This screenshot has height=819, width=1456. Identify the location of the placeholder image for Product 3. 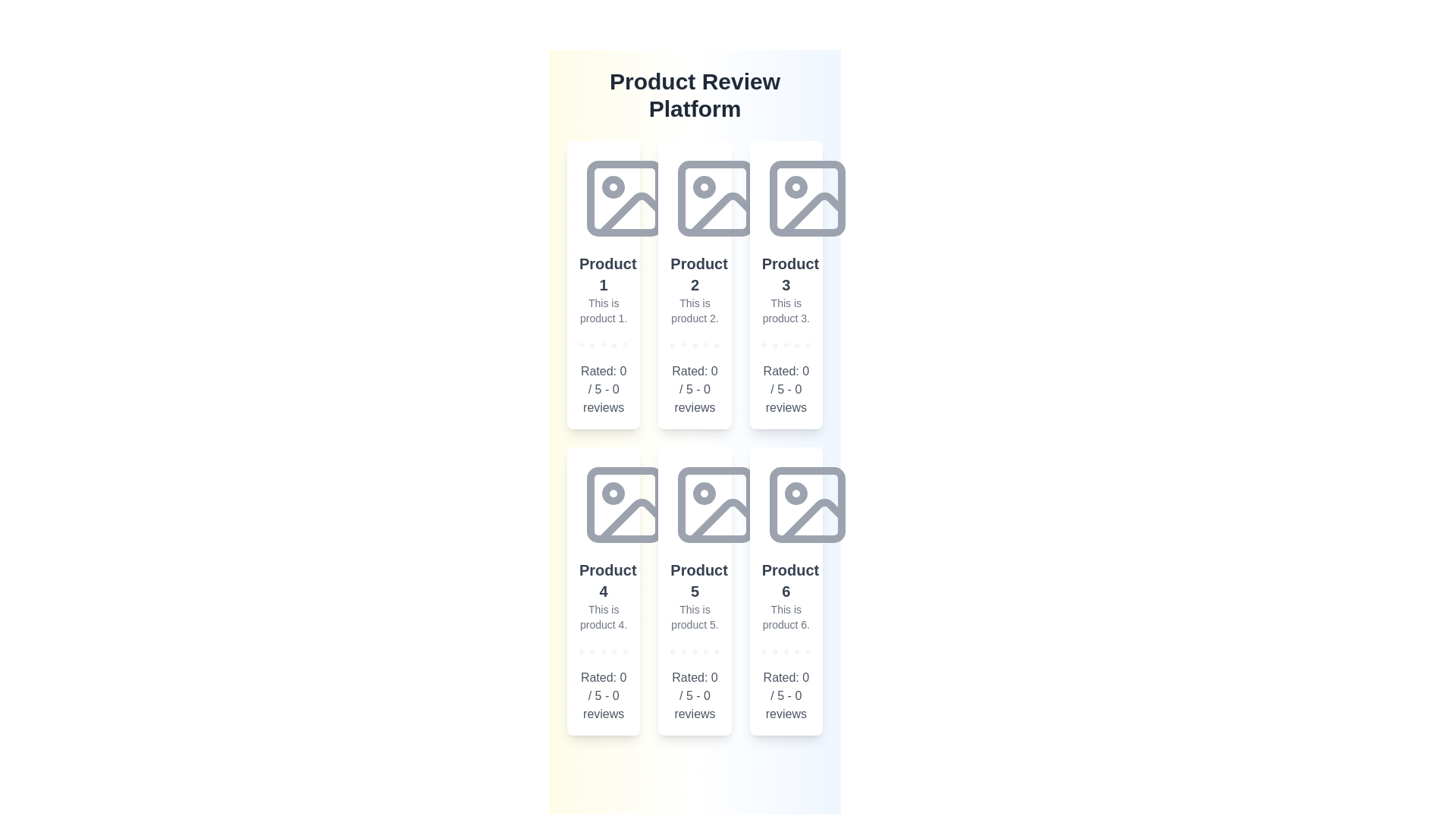
(806, 198).